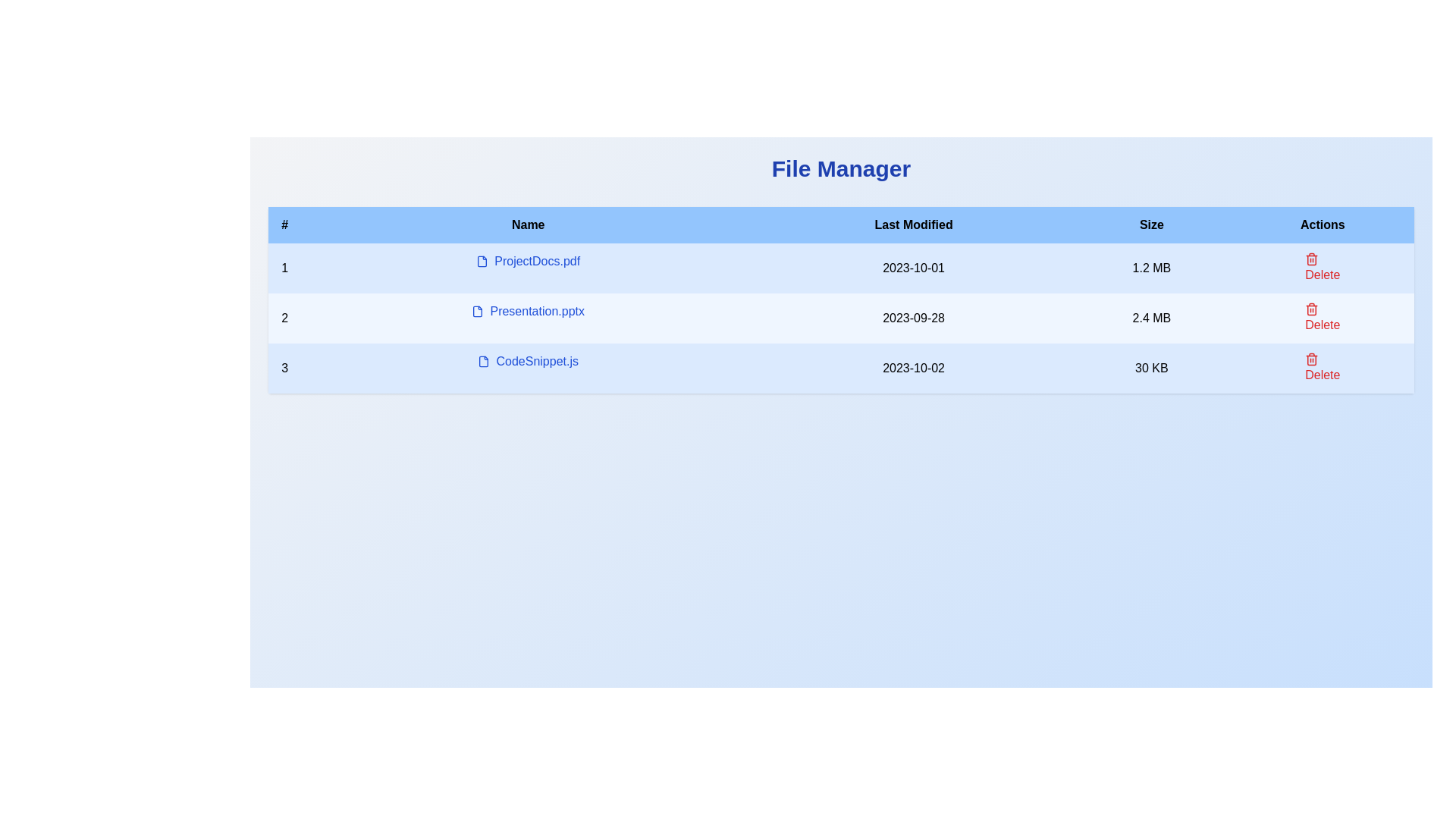  I want to click on the text label displaying the filename 'CodeSnippet.js' in the file manager table, which is styled with a blue font color and located in the third row under the 'Name' column, so click(528, 362).